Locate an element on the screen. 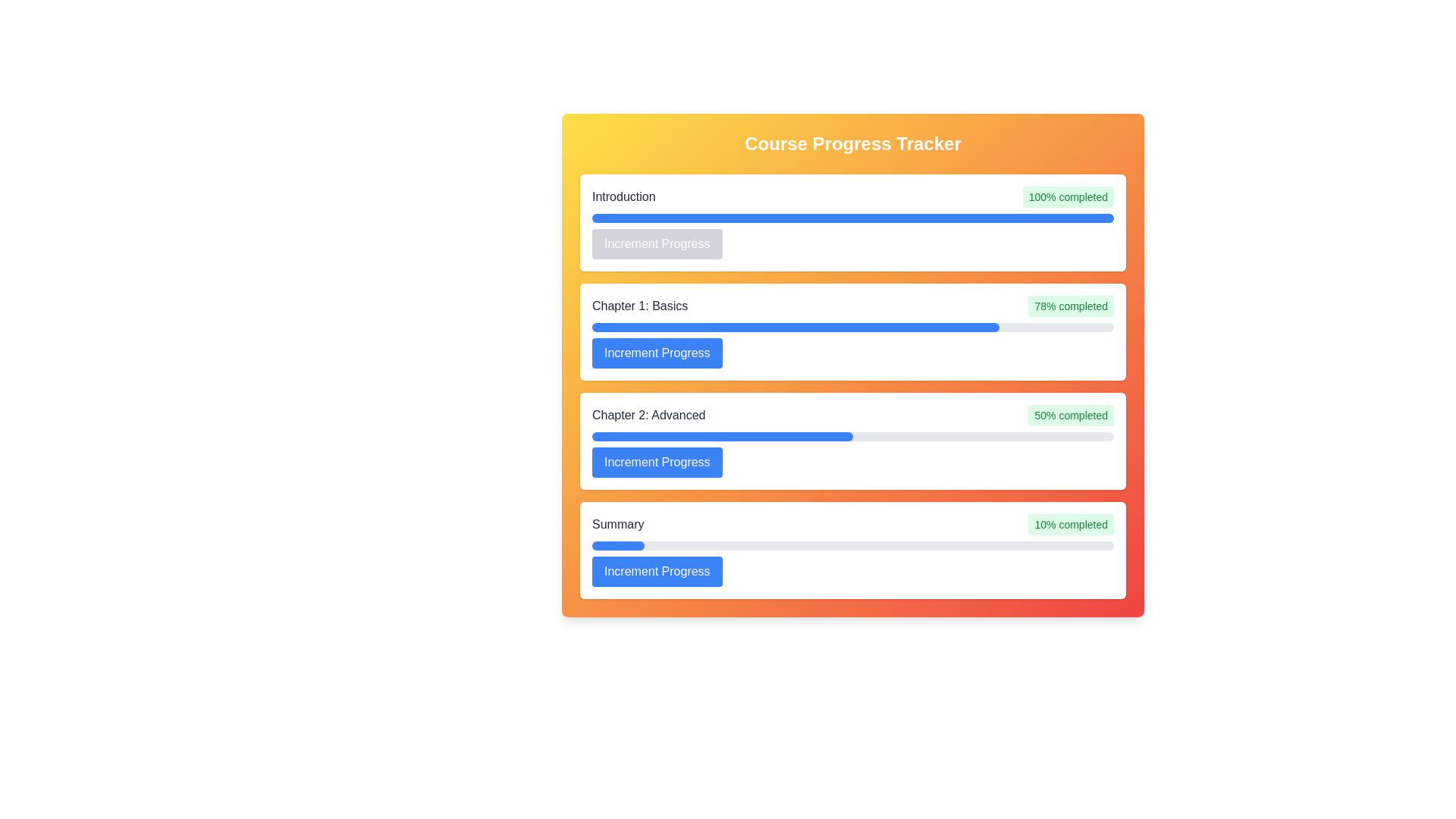  the Progress Bar indicating full completion of the 'Introduction' section in the 'Course Progress Tracker' is located at coordinates (852, 218).